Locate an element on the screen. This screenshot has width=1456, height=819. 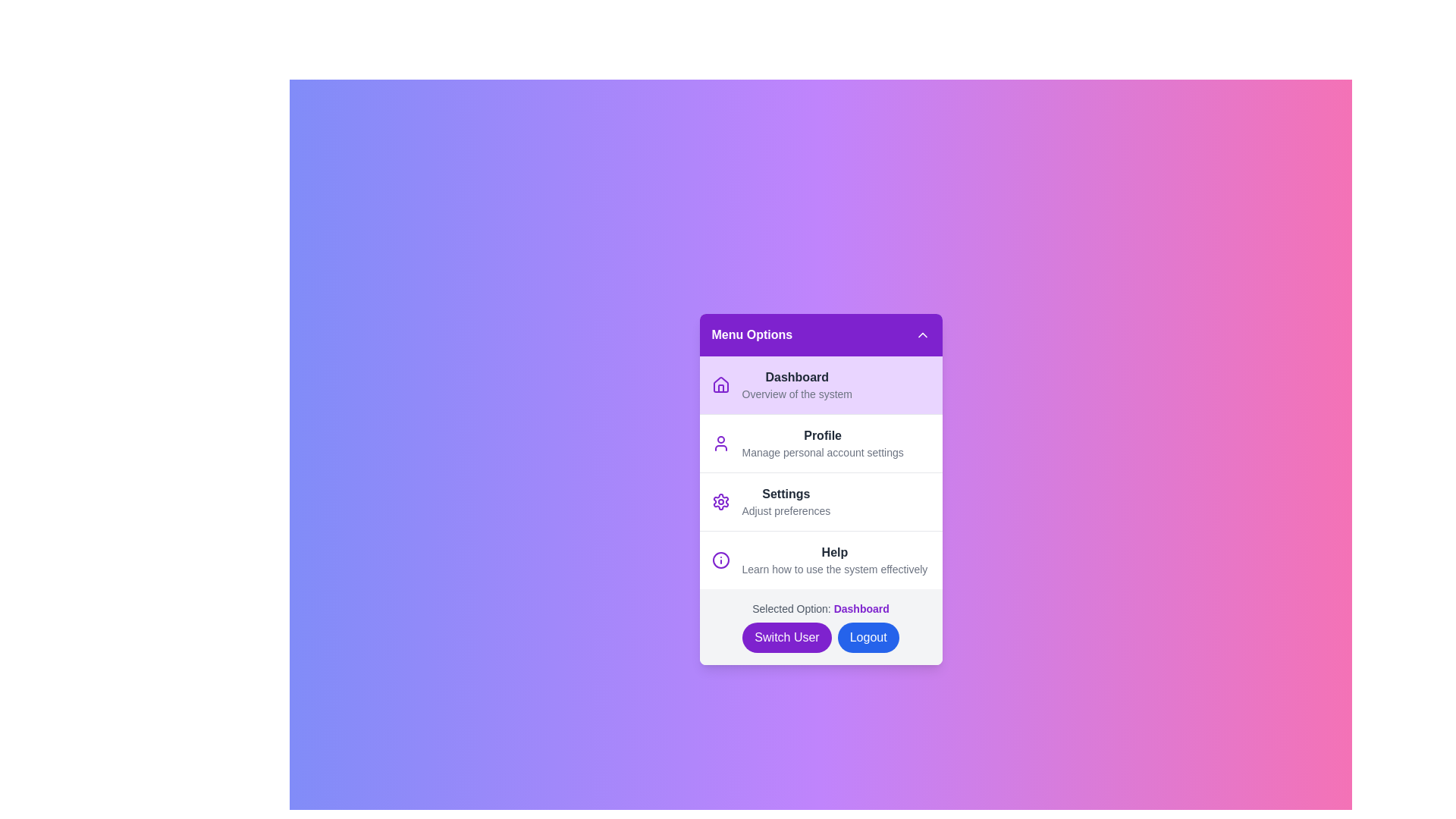
the toggle button at the top right corner of the menu header to toggle the menu visibility is located at coordinates (921, 334).